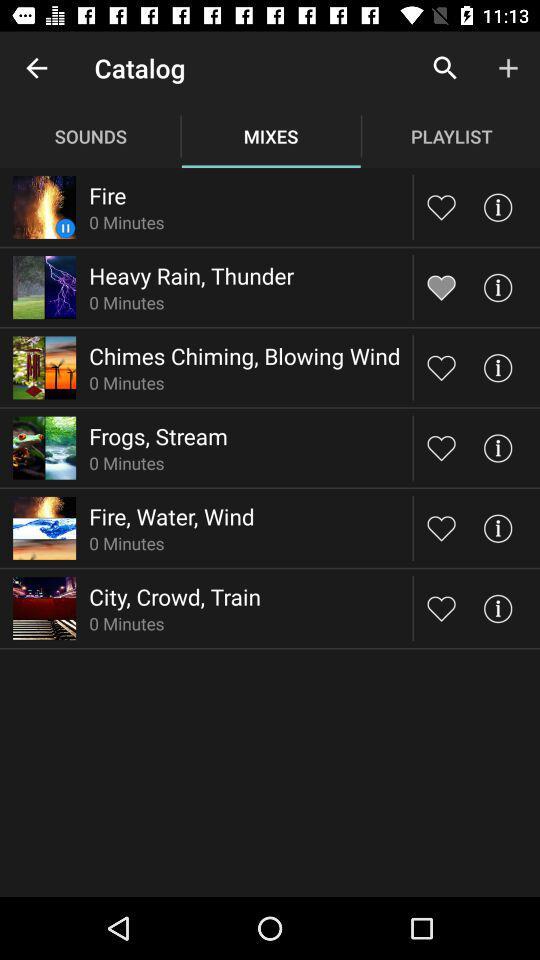 The height and width of the screenshot is (960, 540). What do you see at coordinates (496, 527) in the screenshot?
I see `tap for information` at bounding box center [496, 527].